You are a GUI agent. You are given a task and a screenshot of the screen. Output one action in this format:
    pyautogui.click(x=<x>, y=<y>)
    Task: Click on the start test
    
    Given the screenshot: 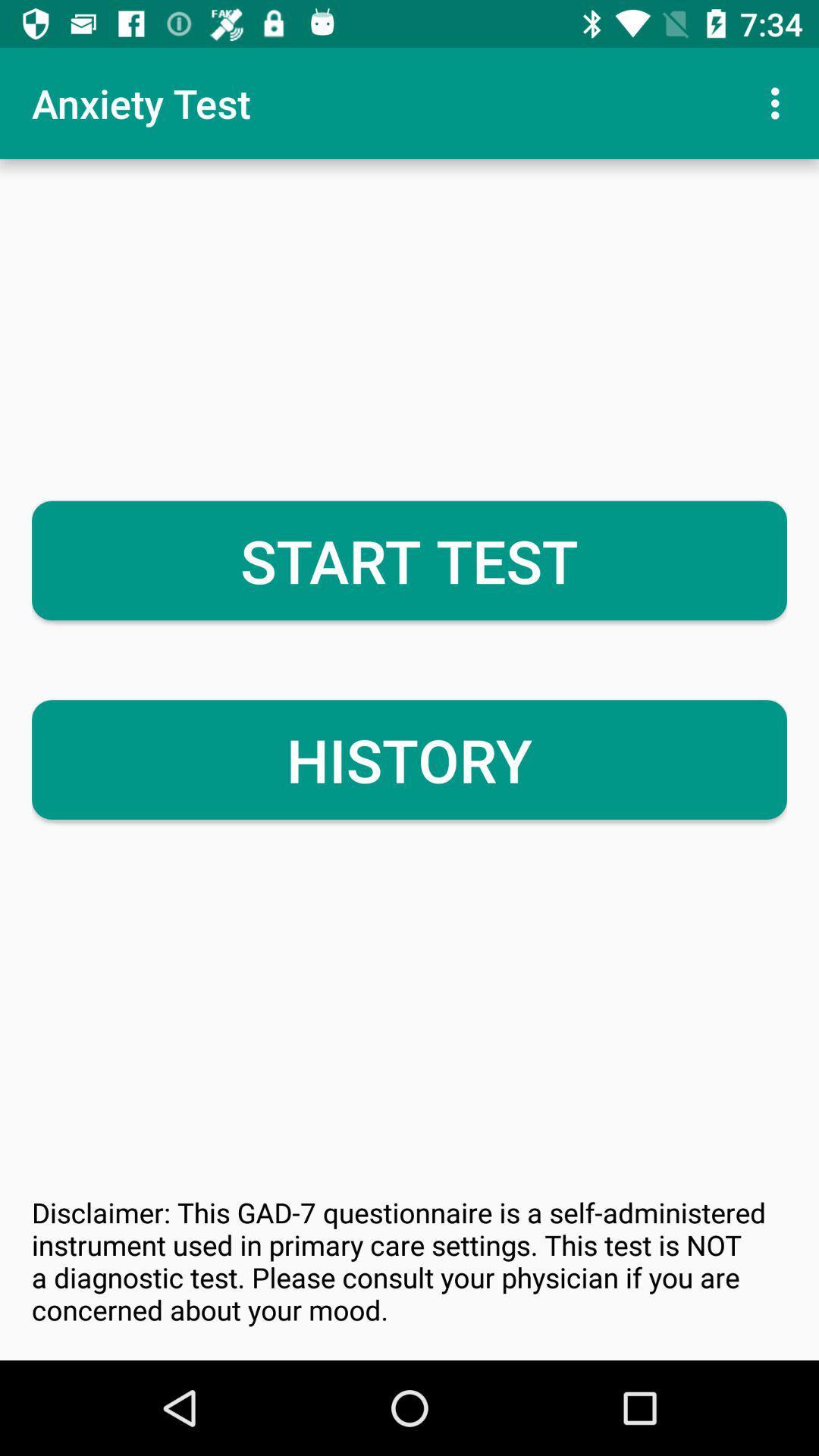 What is the action you would take?
    pyautogui.click(x=409, y=560)
    